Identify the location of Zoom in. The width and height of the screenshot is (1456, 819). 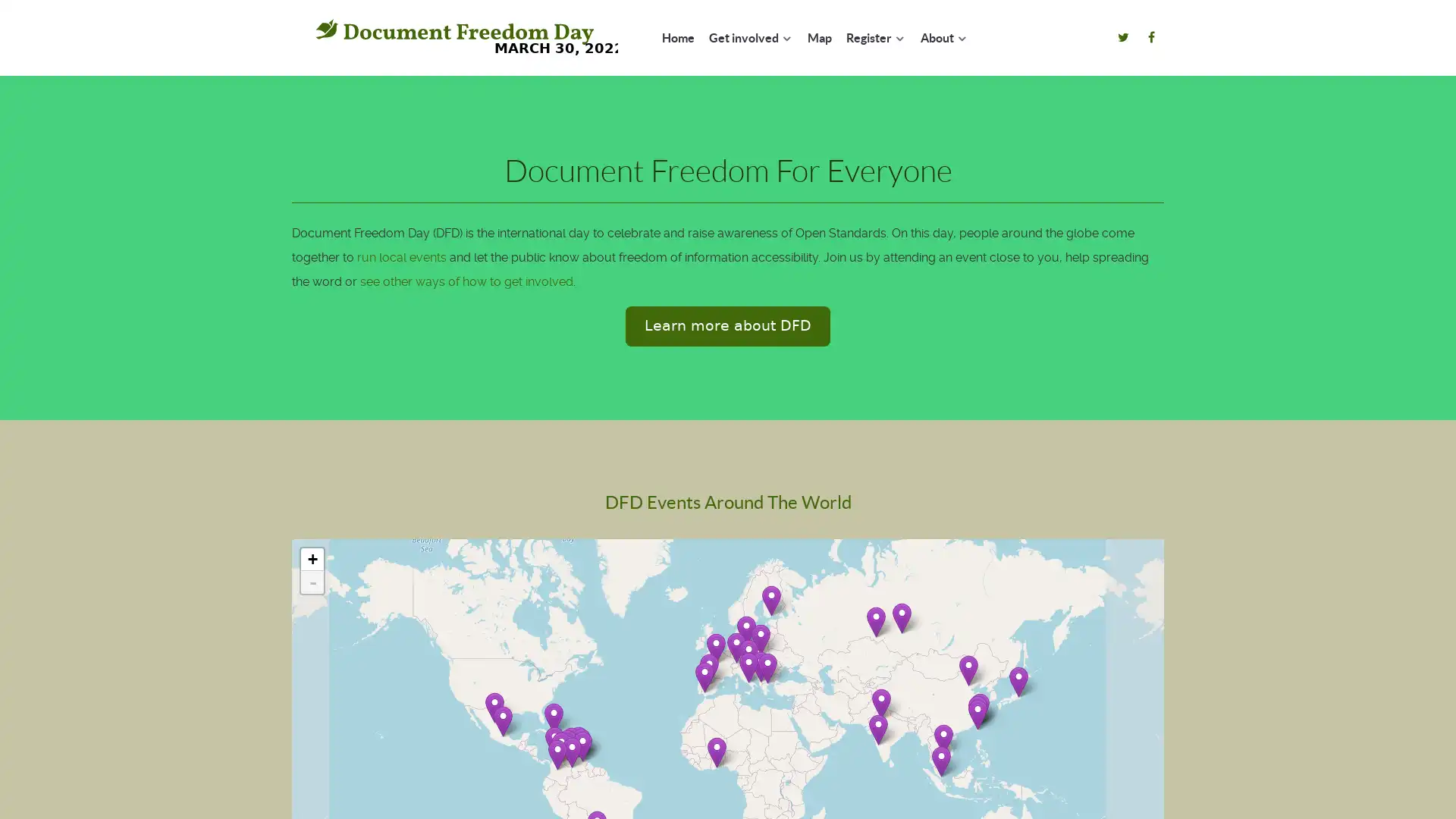
(312, 558).